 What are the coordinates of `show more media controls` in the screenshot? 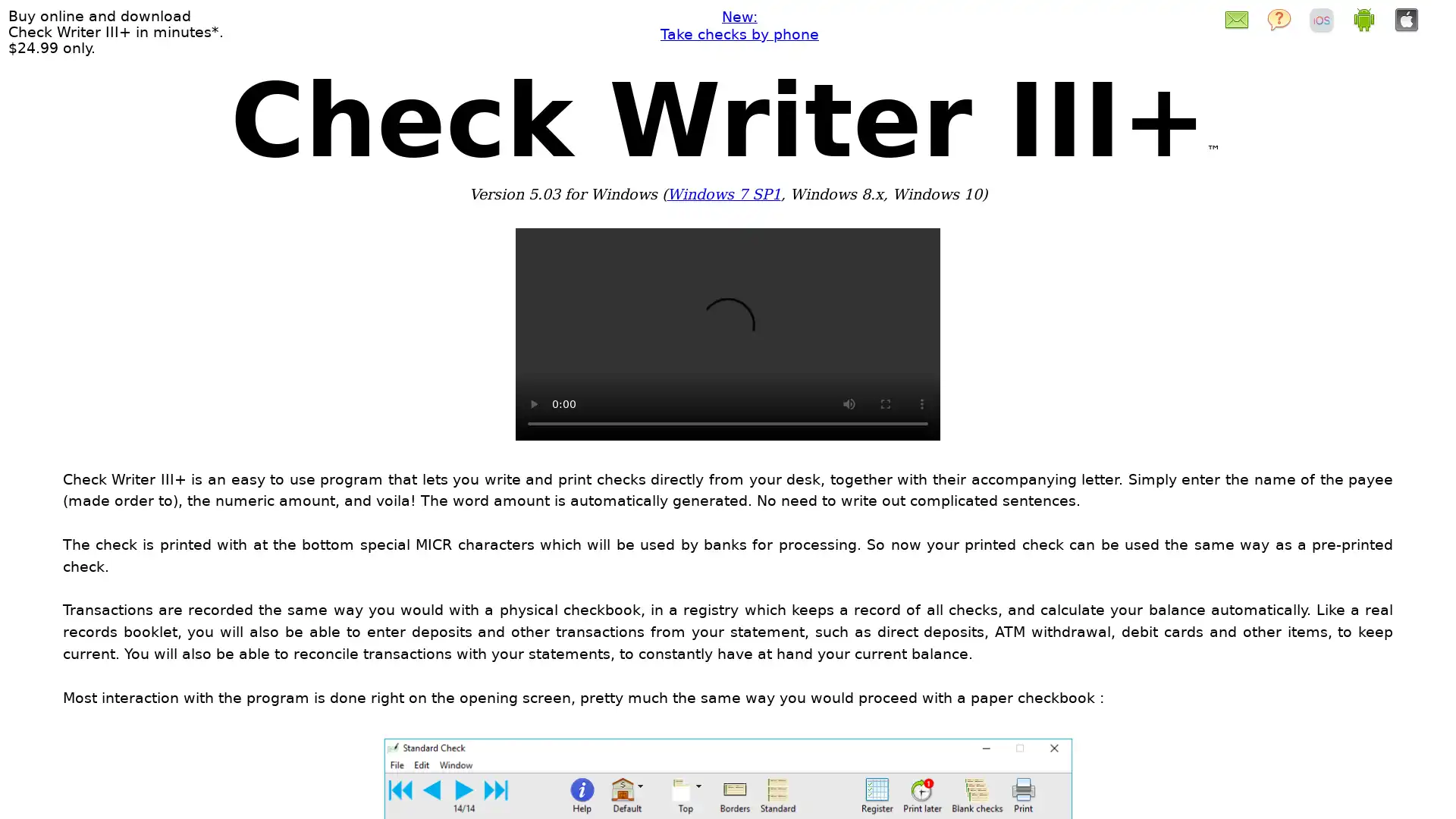 It's located at (921, 403).